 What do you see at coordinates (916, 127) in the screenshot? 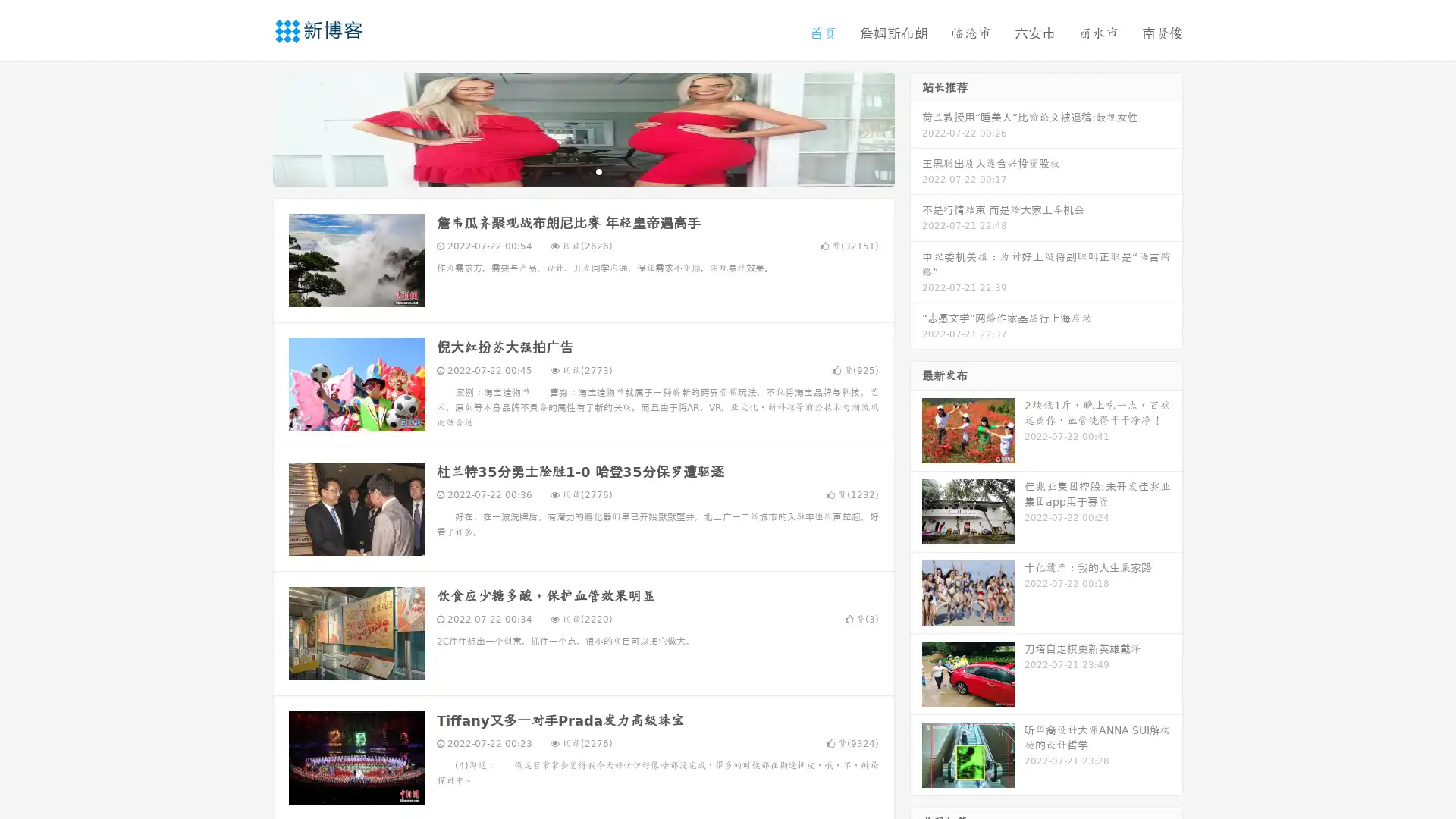
I see `Next slide` at bounding box center [916, 127].